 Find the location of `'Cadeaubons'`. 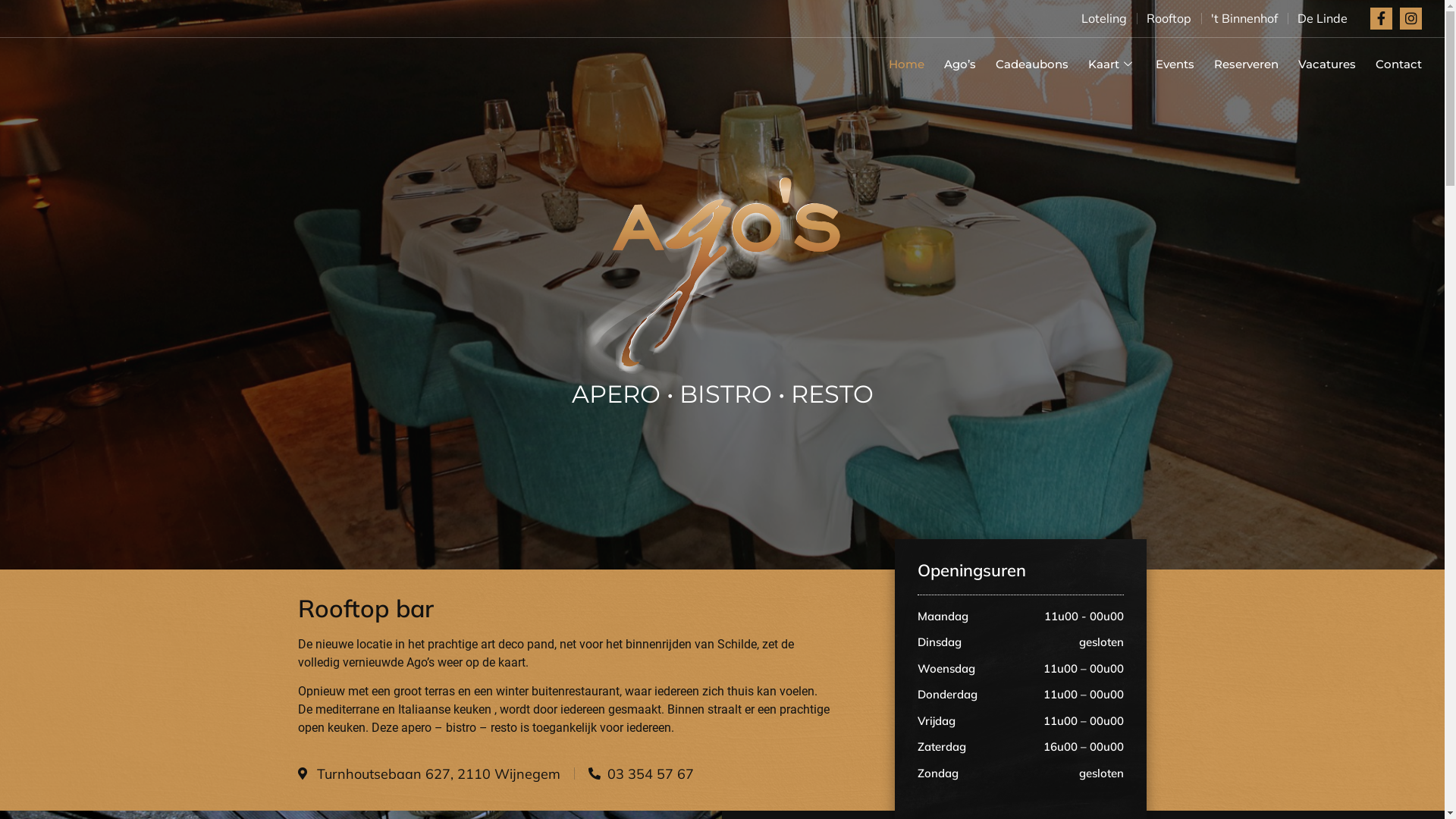

'Cadeaubons' is located at coordinates (1022, 63).